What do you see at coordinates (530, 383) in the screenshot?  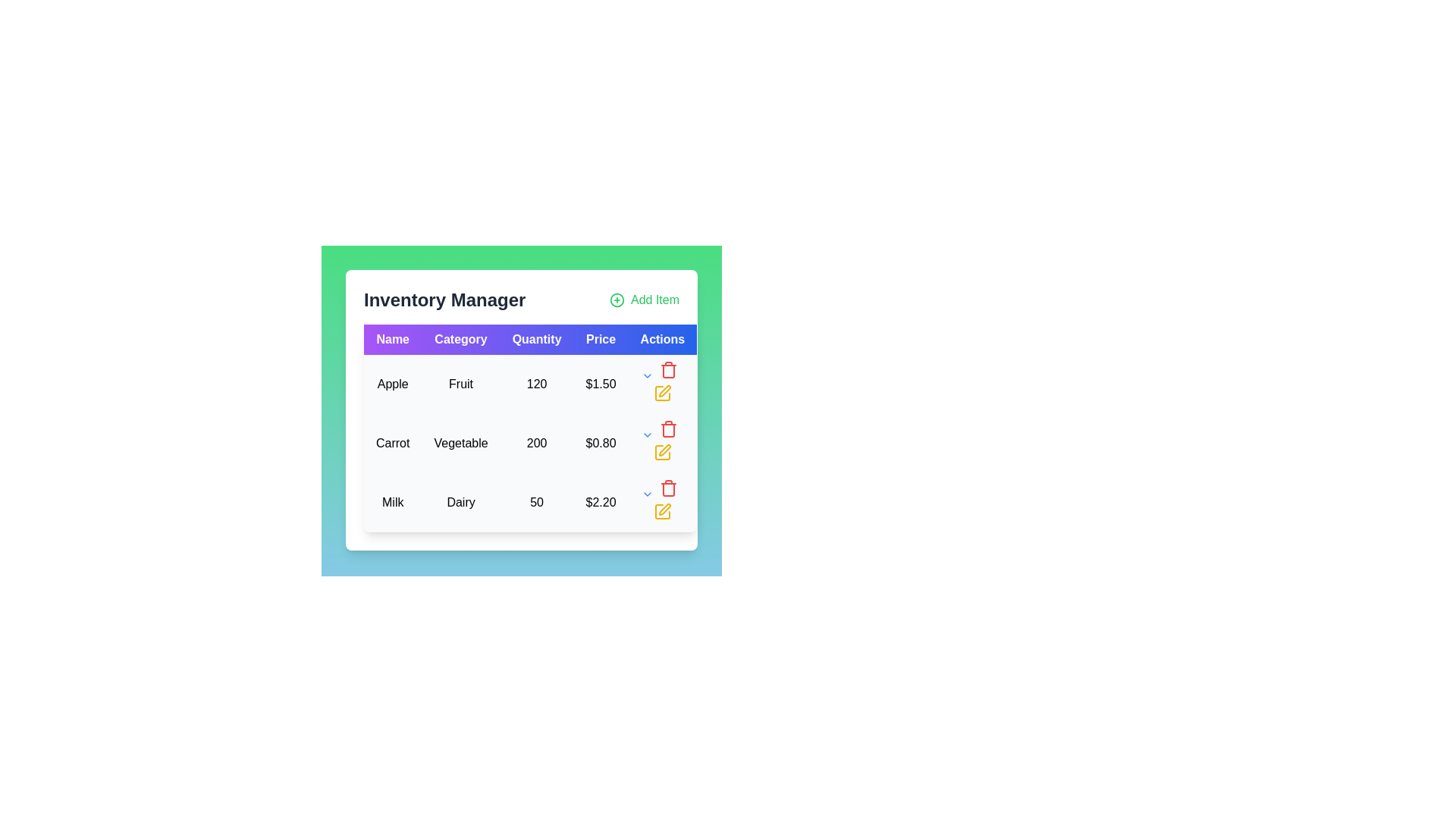 I see `details of the inventory item 'Apple' displayed in the first row of the tabular element containing its category, quantity, and price` at bounding box center [530, 383].